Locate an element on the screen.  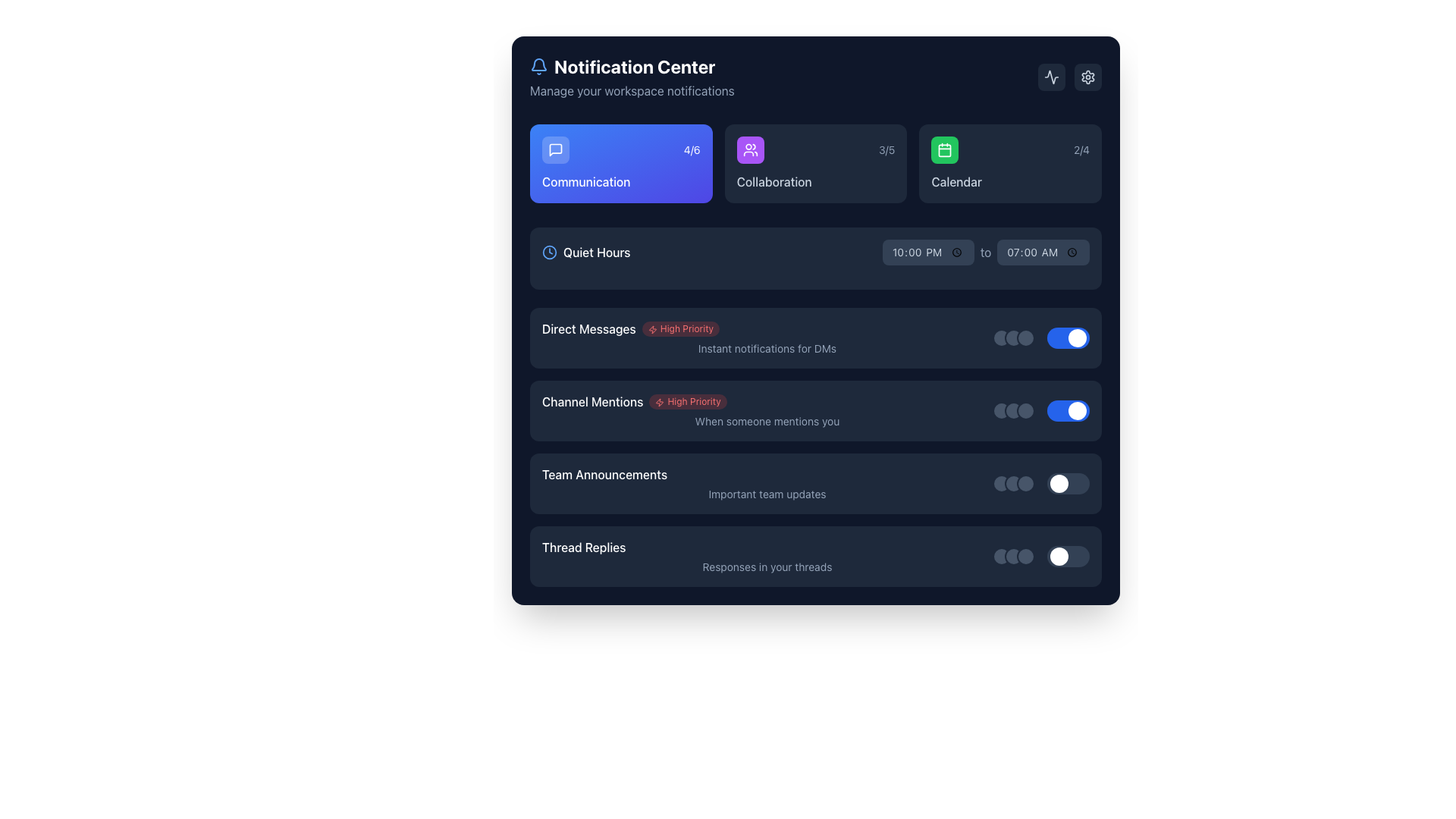
the cluster of indicators located to the left of the 'Thread Replies' toggle switch in the bottom section of the notification center interface is located at coordinates (1014, 556).